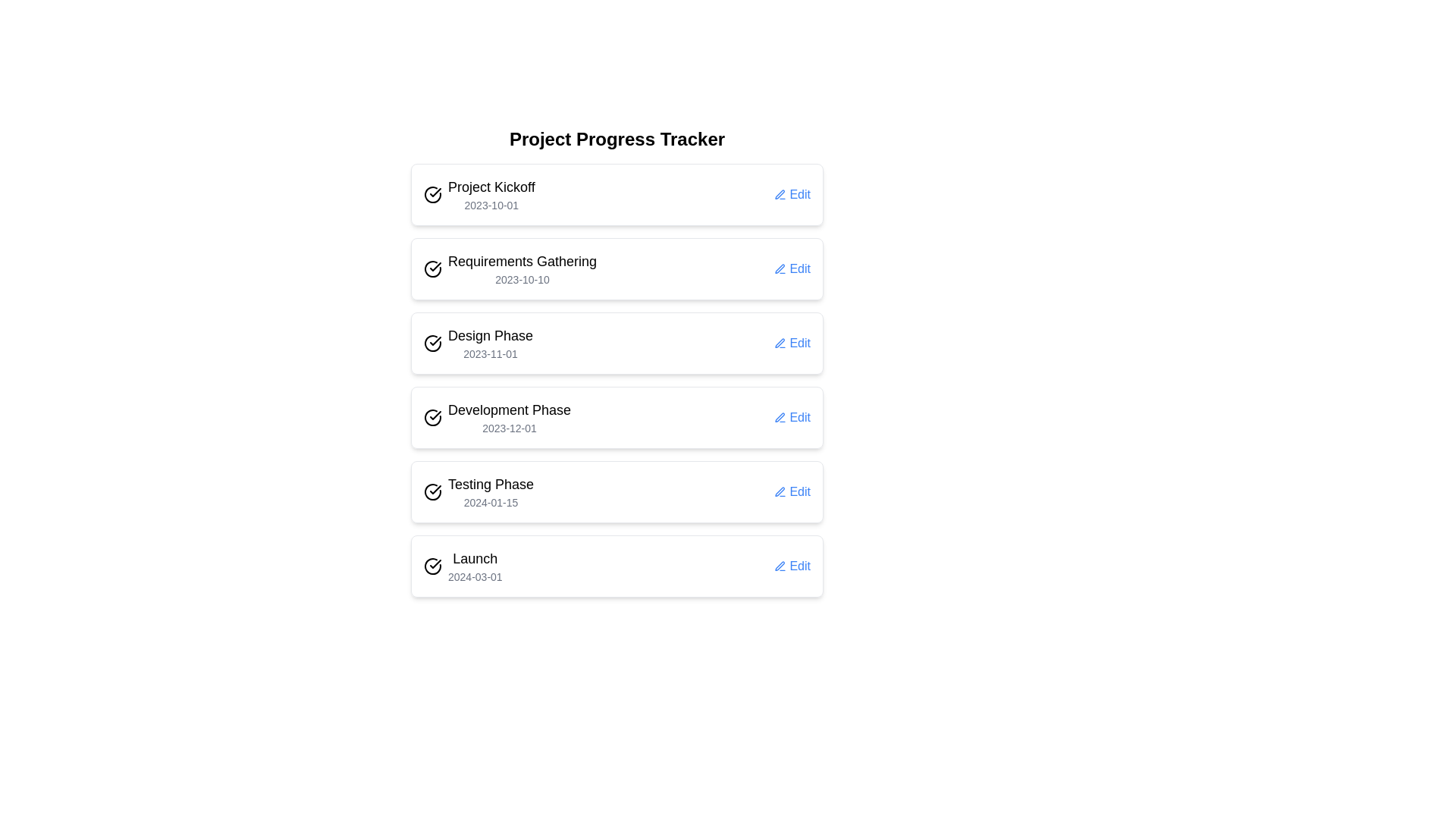 The image size is (1456, 819). What do you see at coordinates (491, 205) in the screenshot?
I see `the static text label indicating the date associated with the 'Project Kickoff' event, which is positioned directly below the 'Project Kickoff' text in the first card of a vertical list layout` at bounding box center [491, 205].